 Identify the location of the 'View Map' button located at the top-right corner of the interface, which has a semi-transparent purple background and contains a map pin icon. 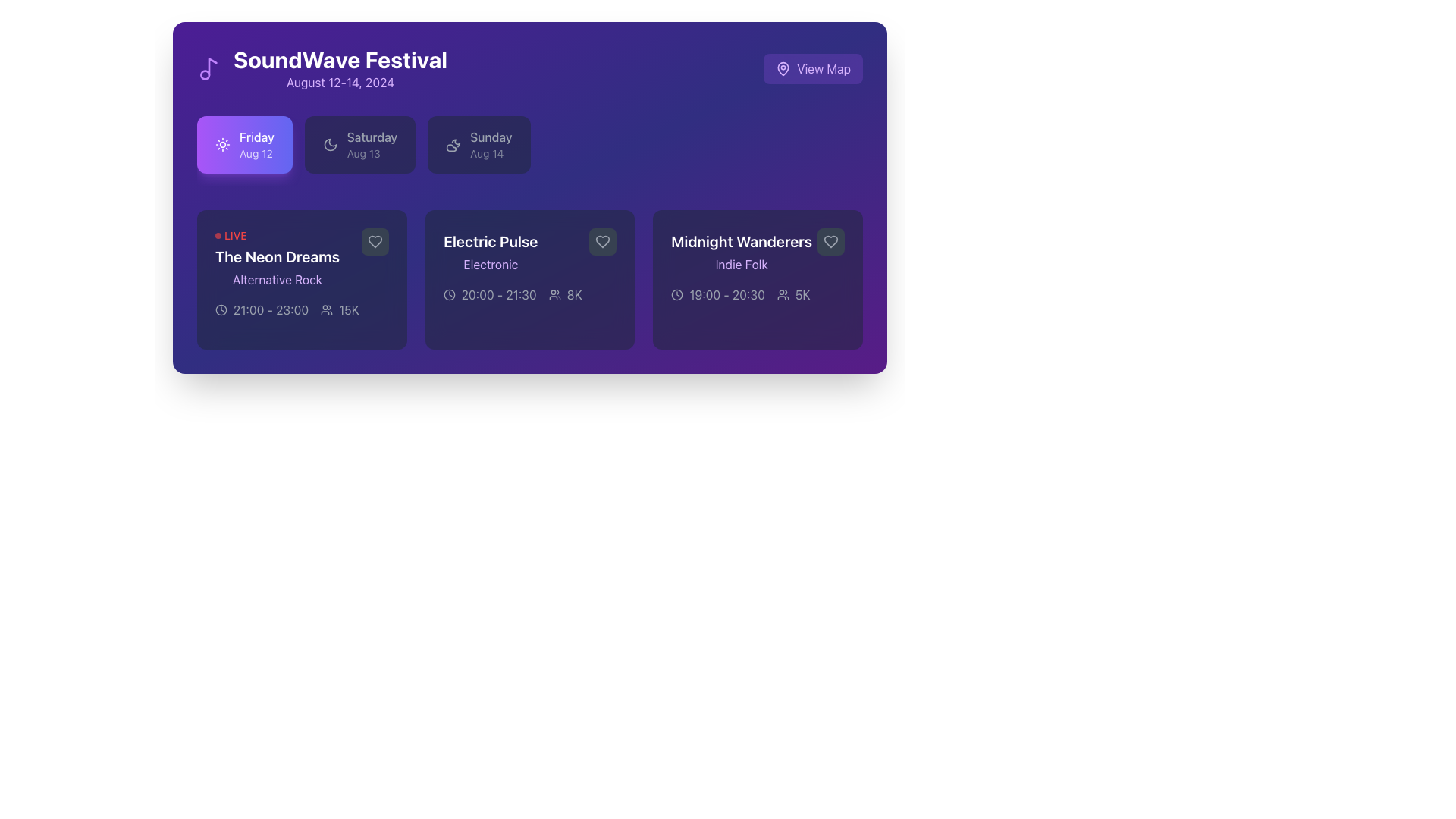
(812, 69).